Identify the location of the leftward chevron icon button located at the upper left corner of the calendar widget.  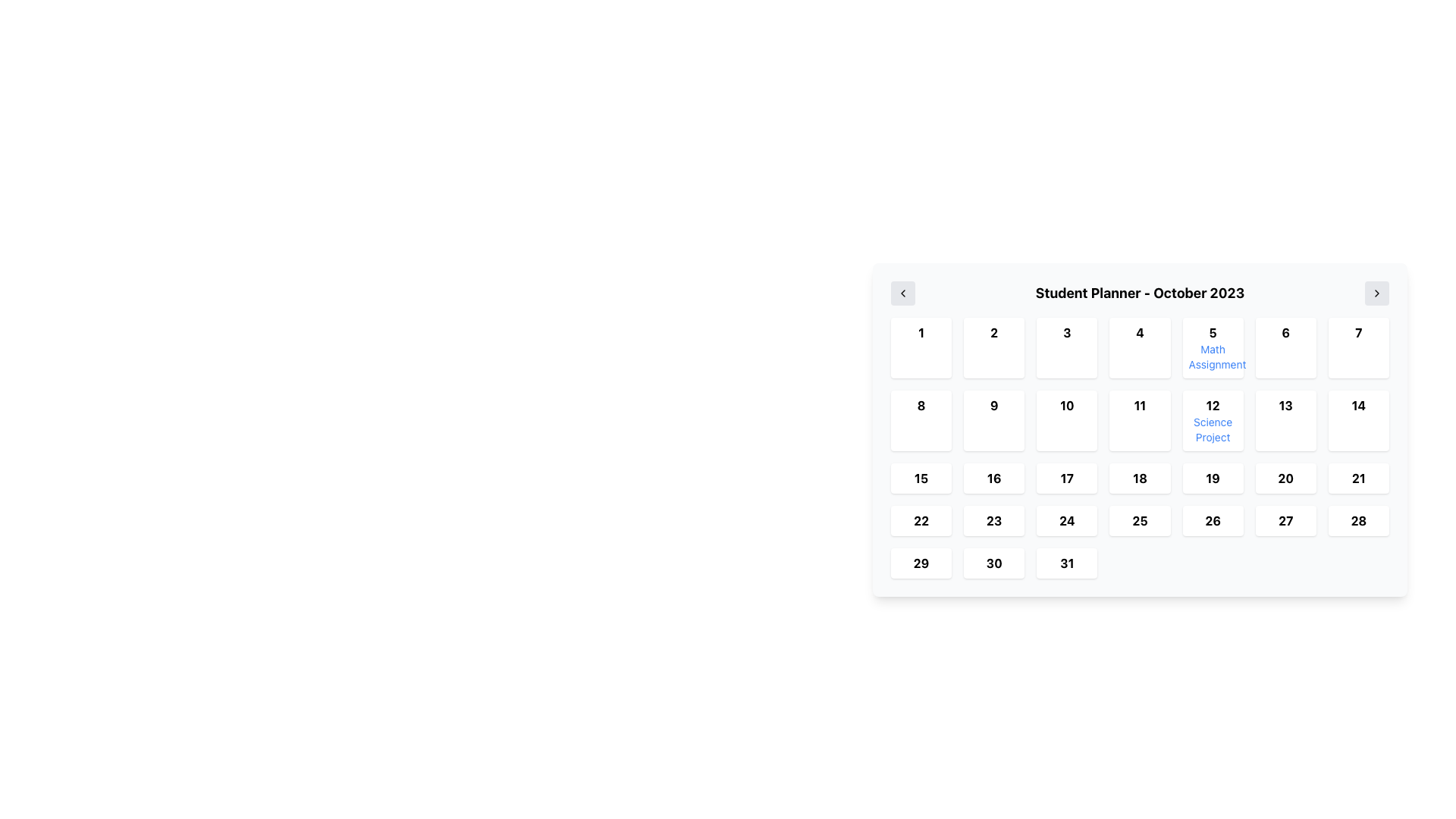
(902, 293).